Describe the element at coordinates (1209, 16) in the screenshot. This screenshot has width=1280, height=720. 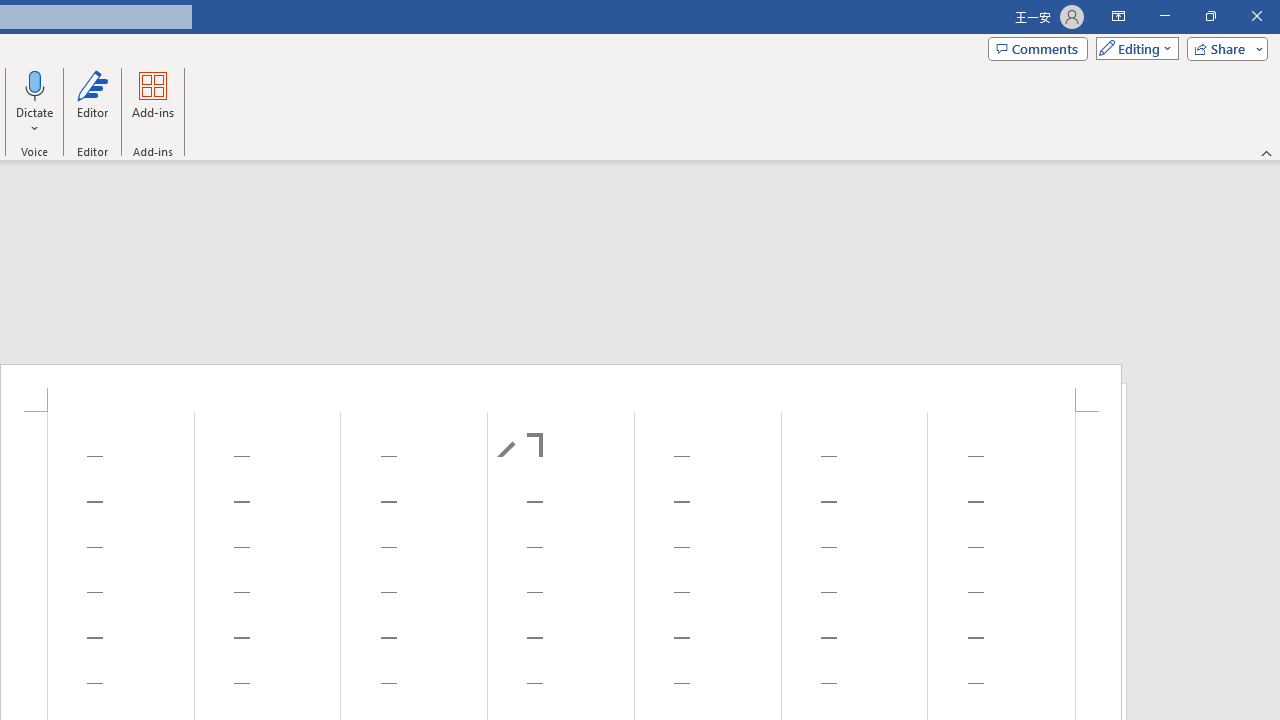
I see `'Restore Down'` at that location.